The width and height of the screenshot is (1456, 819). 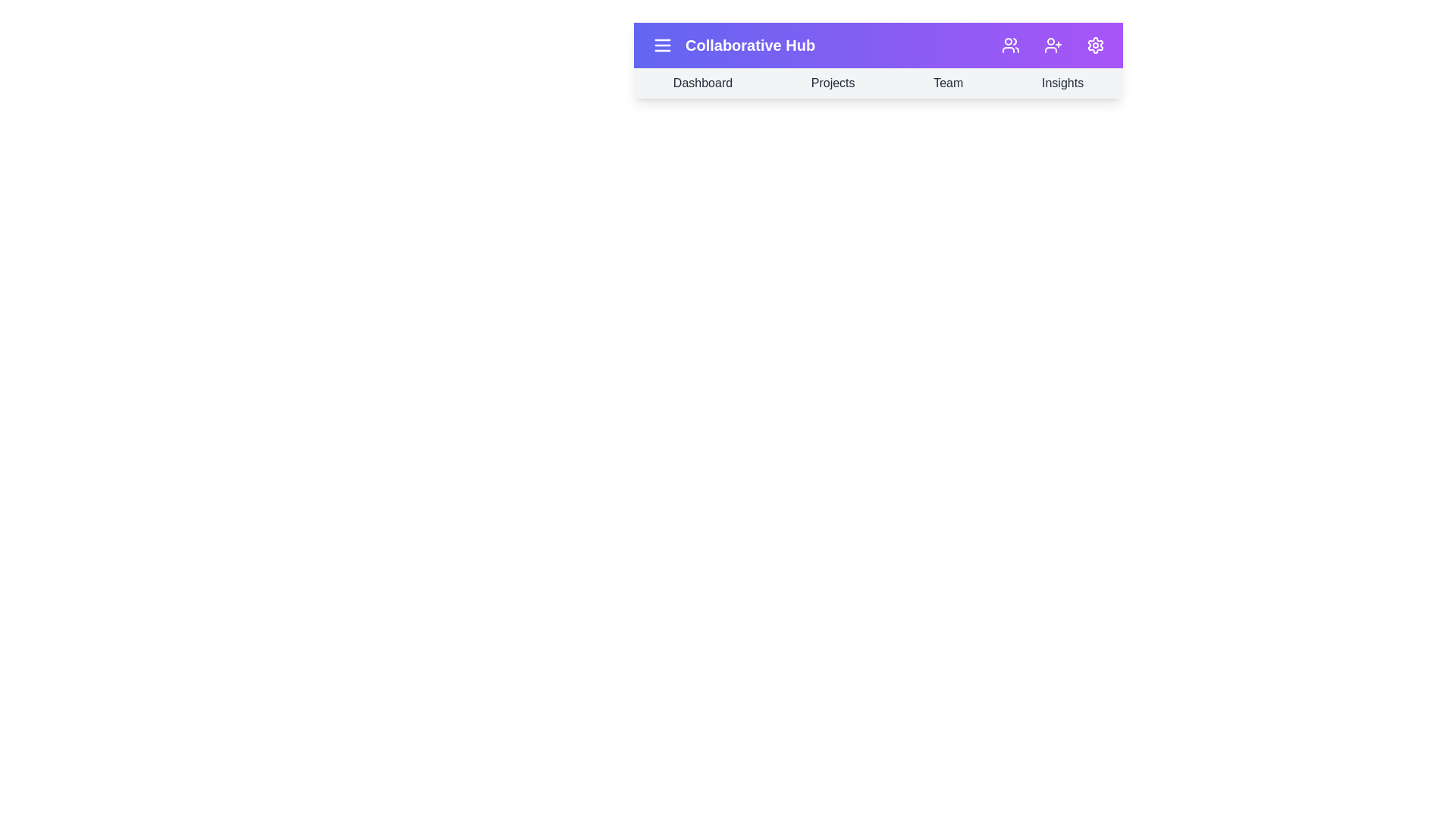 I want to click on the menu icon to toggle the menu visibility, so click(x=662, y=45).